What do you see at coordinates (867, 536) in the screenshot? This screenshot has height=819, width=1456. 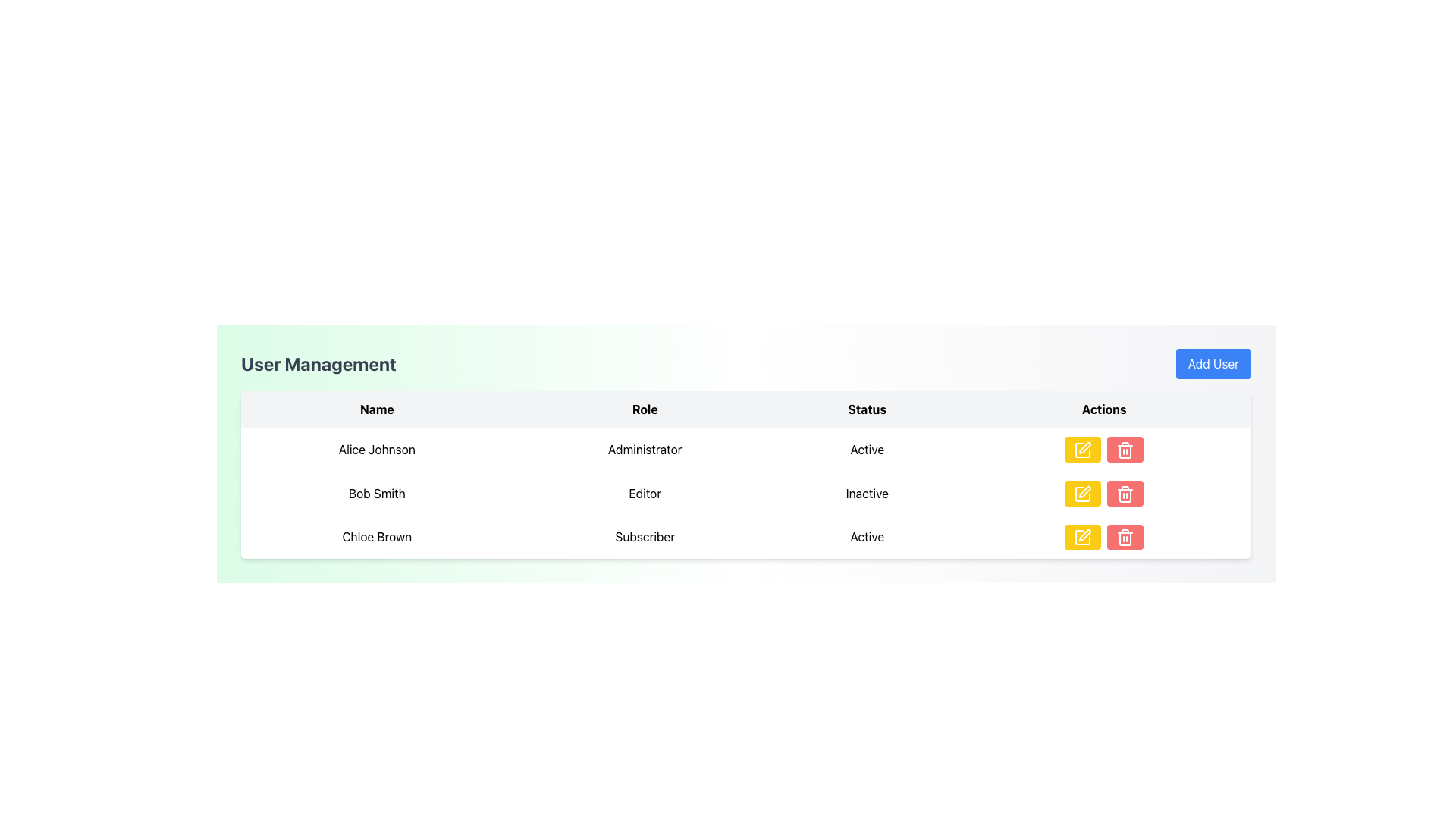 I see `the 'Active' label in the third column of the third row under the 'Status' header, which is styled with center-aligned text and moderate padding` at bounding box center [867, 536].